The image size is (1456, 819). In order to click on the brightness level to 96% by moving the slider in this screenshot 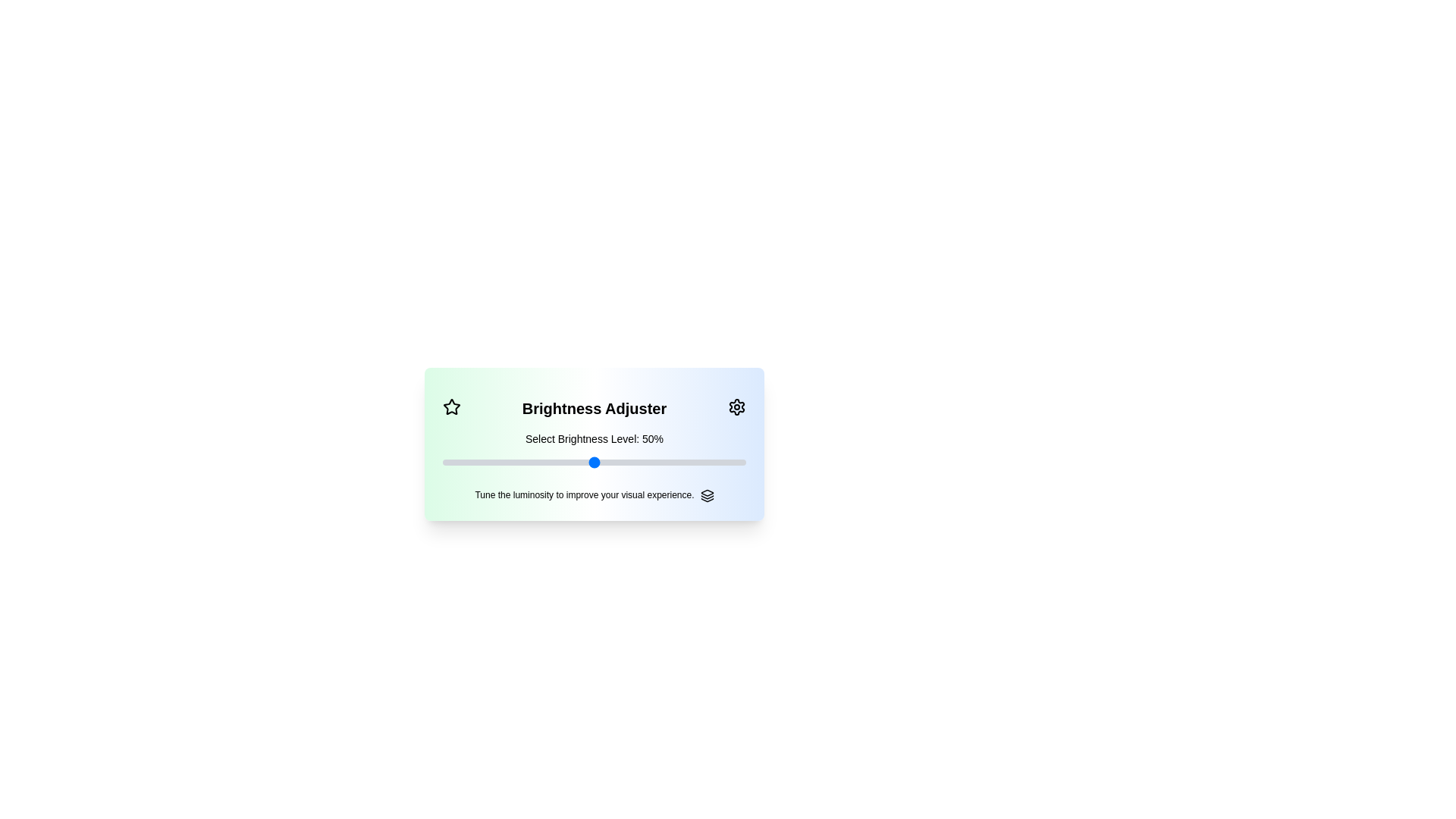, I will do `click(734, 461)`.